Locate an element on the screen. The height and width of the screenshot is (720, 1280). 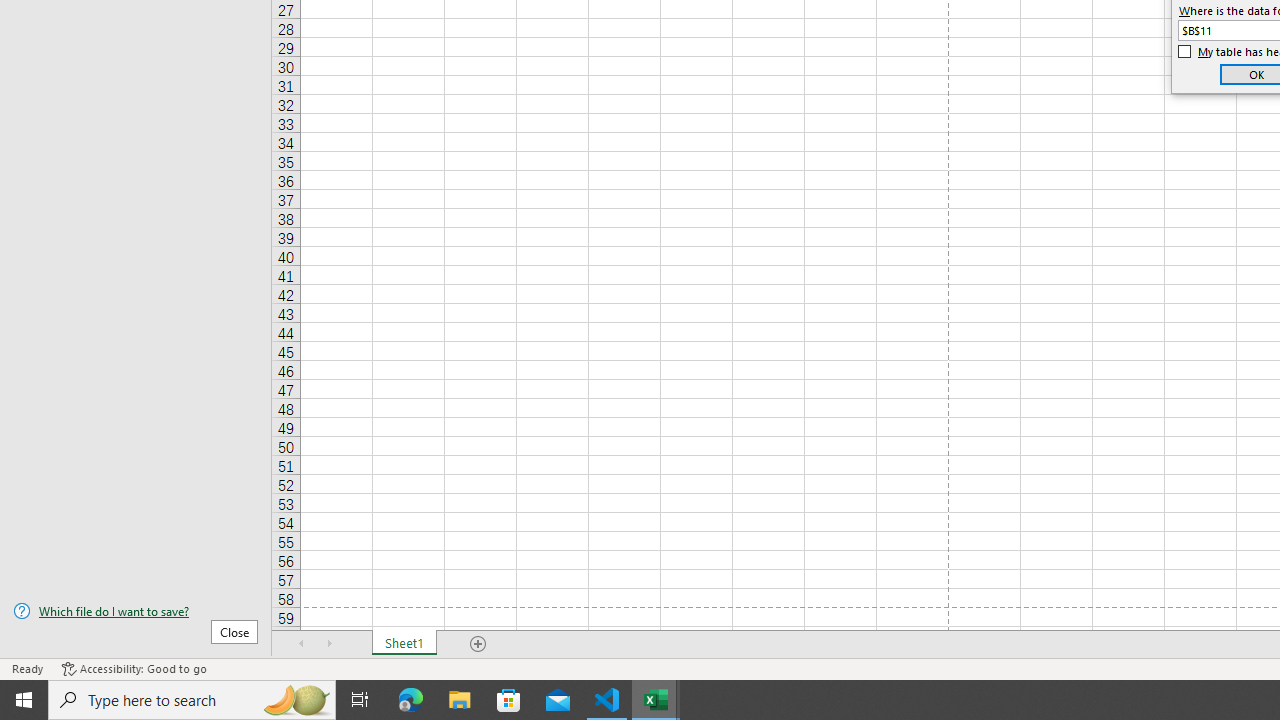
'Scroll Right' is located at coordinates (330, 644).